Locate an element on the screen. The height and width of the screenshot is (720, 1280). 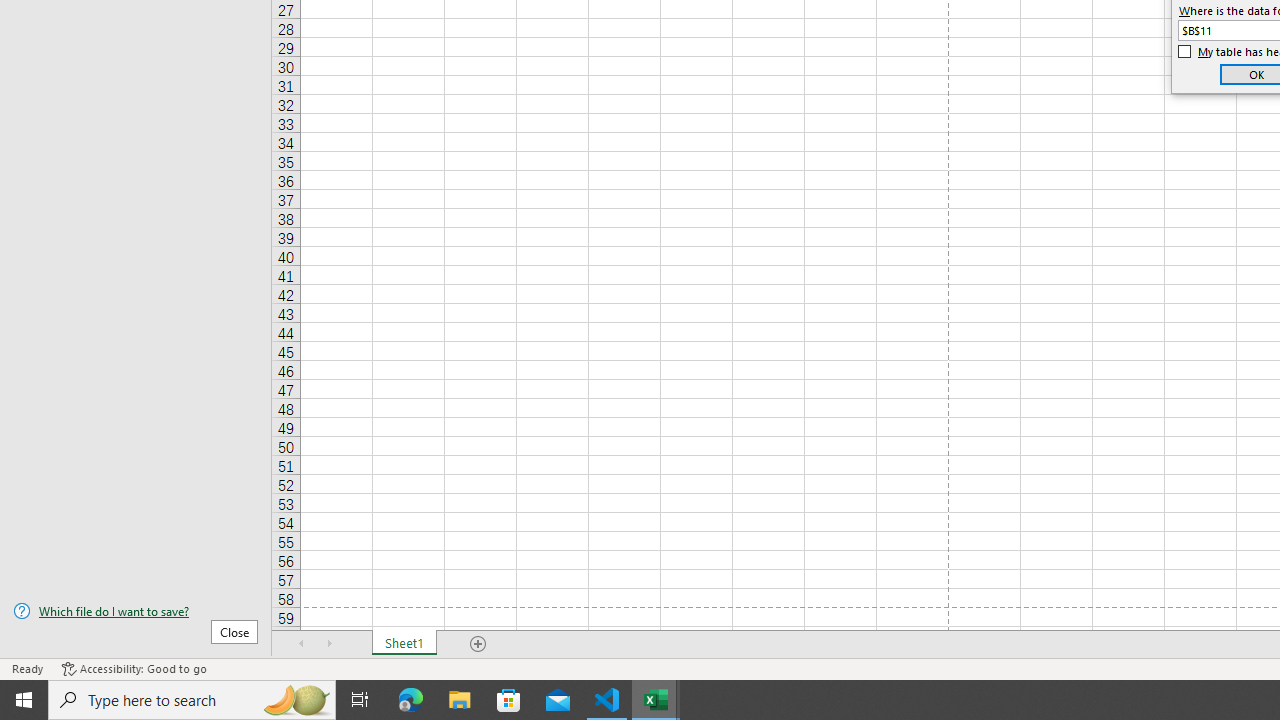
'Scroll Right' is located at coordinates (330, 644).